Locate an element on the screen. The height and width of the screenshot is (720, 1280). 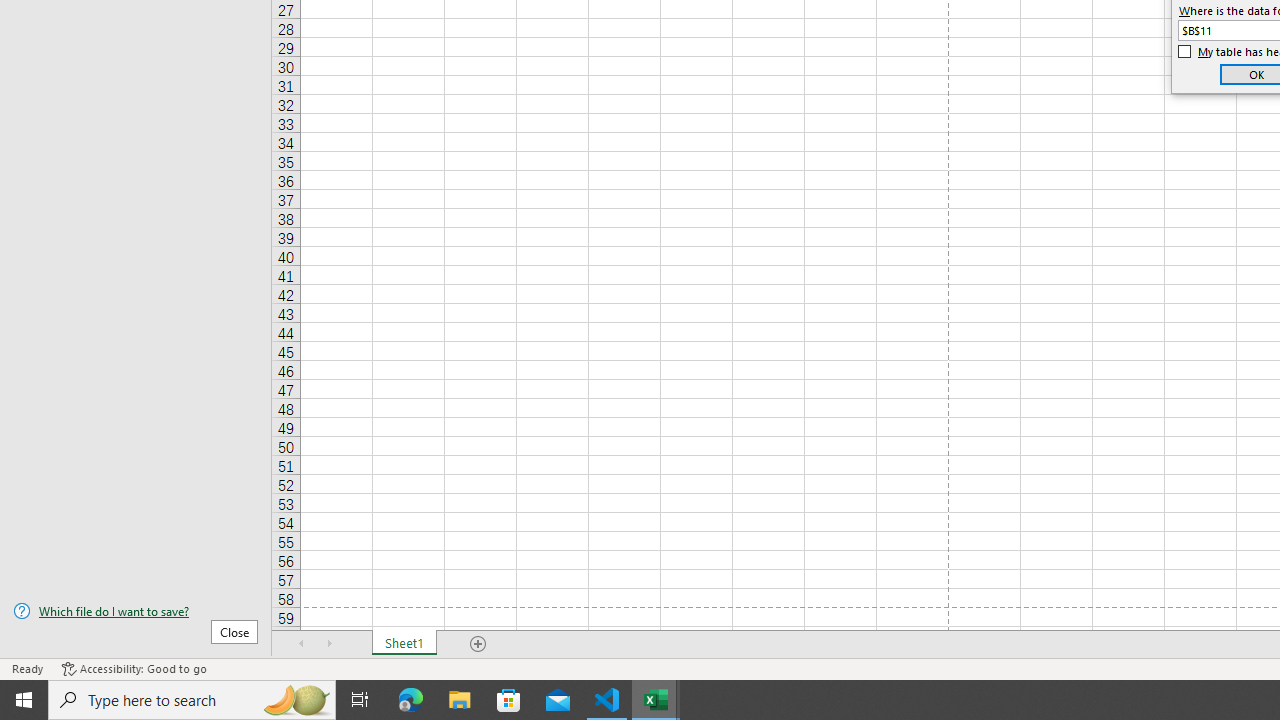
'Scroll Right' is located at coordinates (330, 644).